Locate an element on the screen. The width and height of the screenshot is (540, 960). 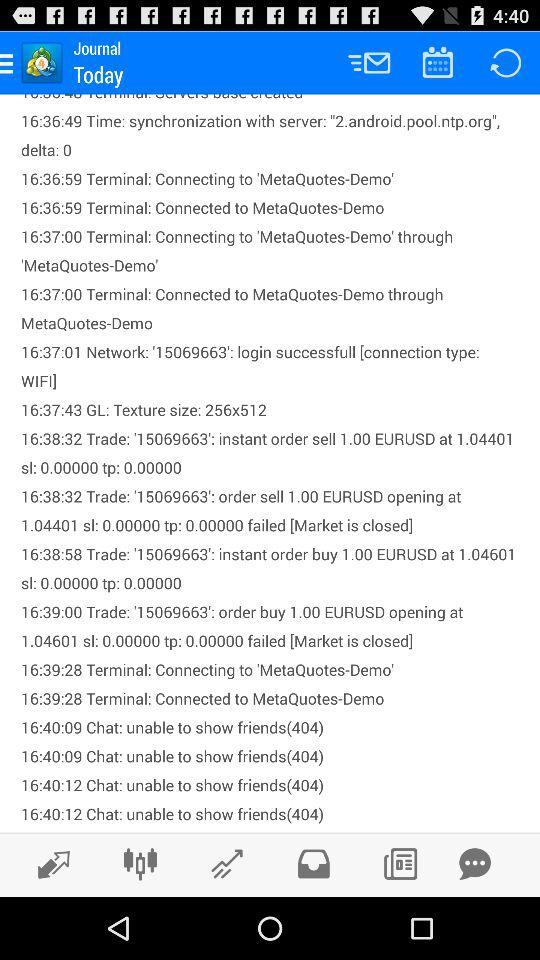
the 16 36 48 item is located at coordinates (270, 463).